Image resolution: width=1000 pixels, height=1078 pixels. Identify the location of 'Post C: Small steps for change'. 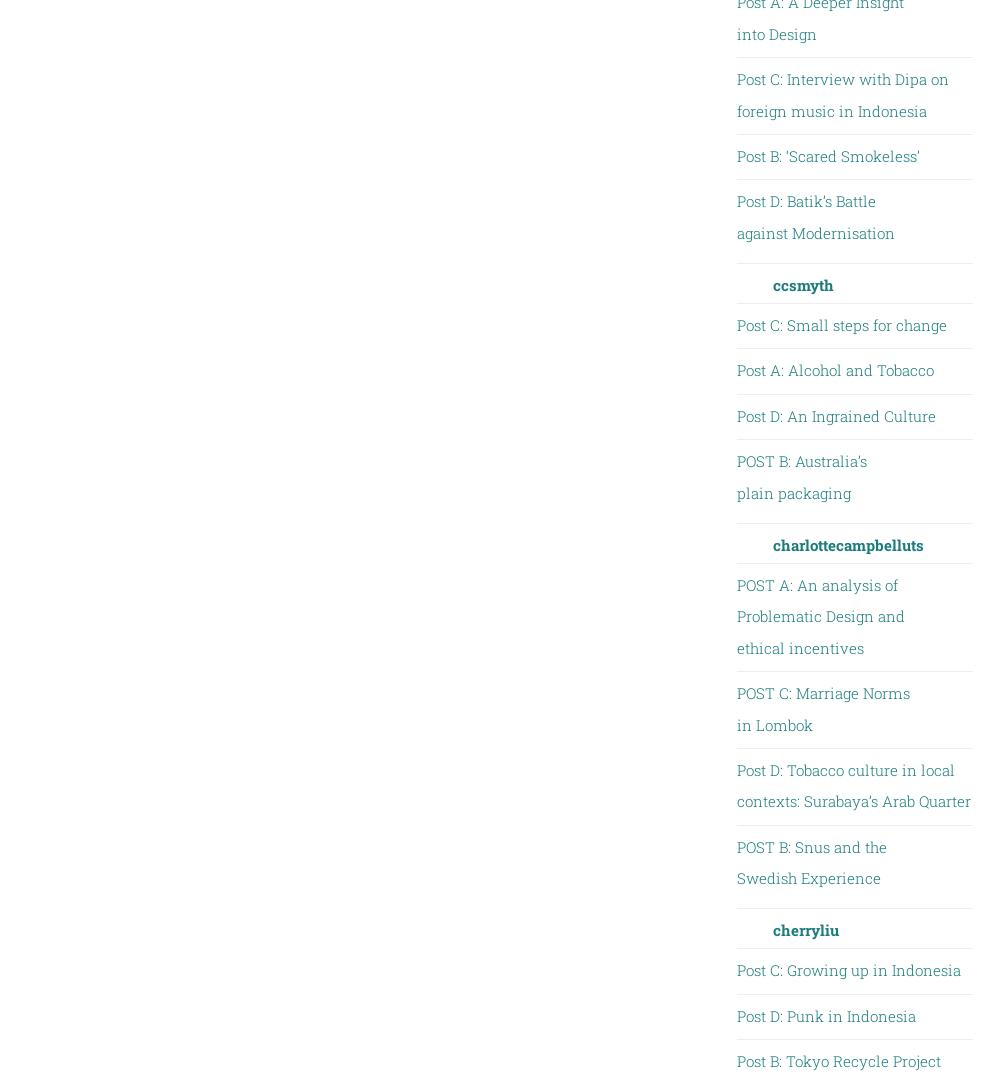
(840, 324).